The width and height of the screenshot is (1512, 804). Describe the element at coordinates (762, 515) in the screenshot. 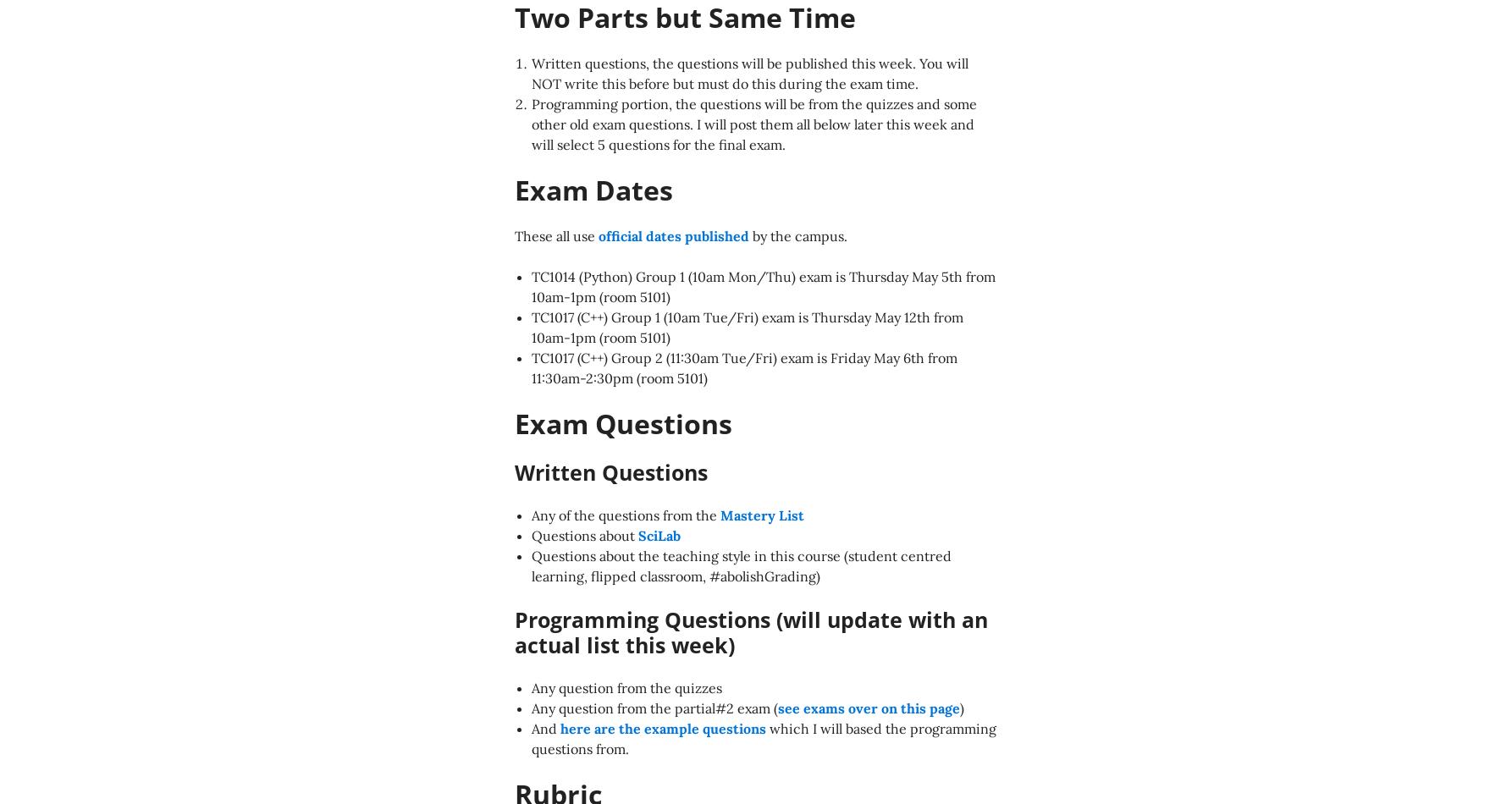

I see `'Mastery List'` at that location.